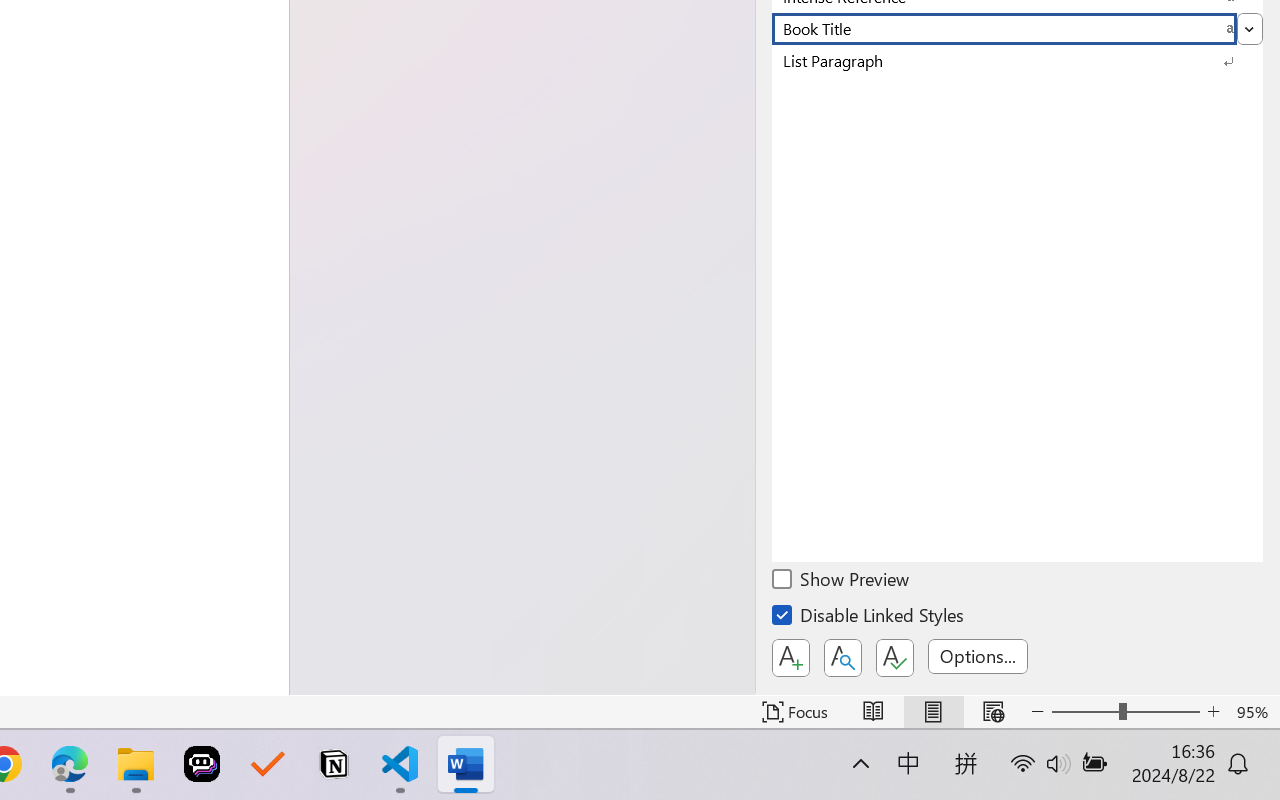  Describe the element at coordinates (1017, 28) in the screenshot. I see `'Book Title'` at that location.